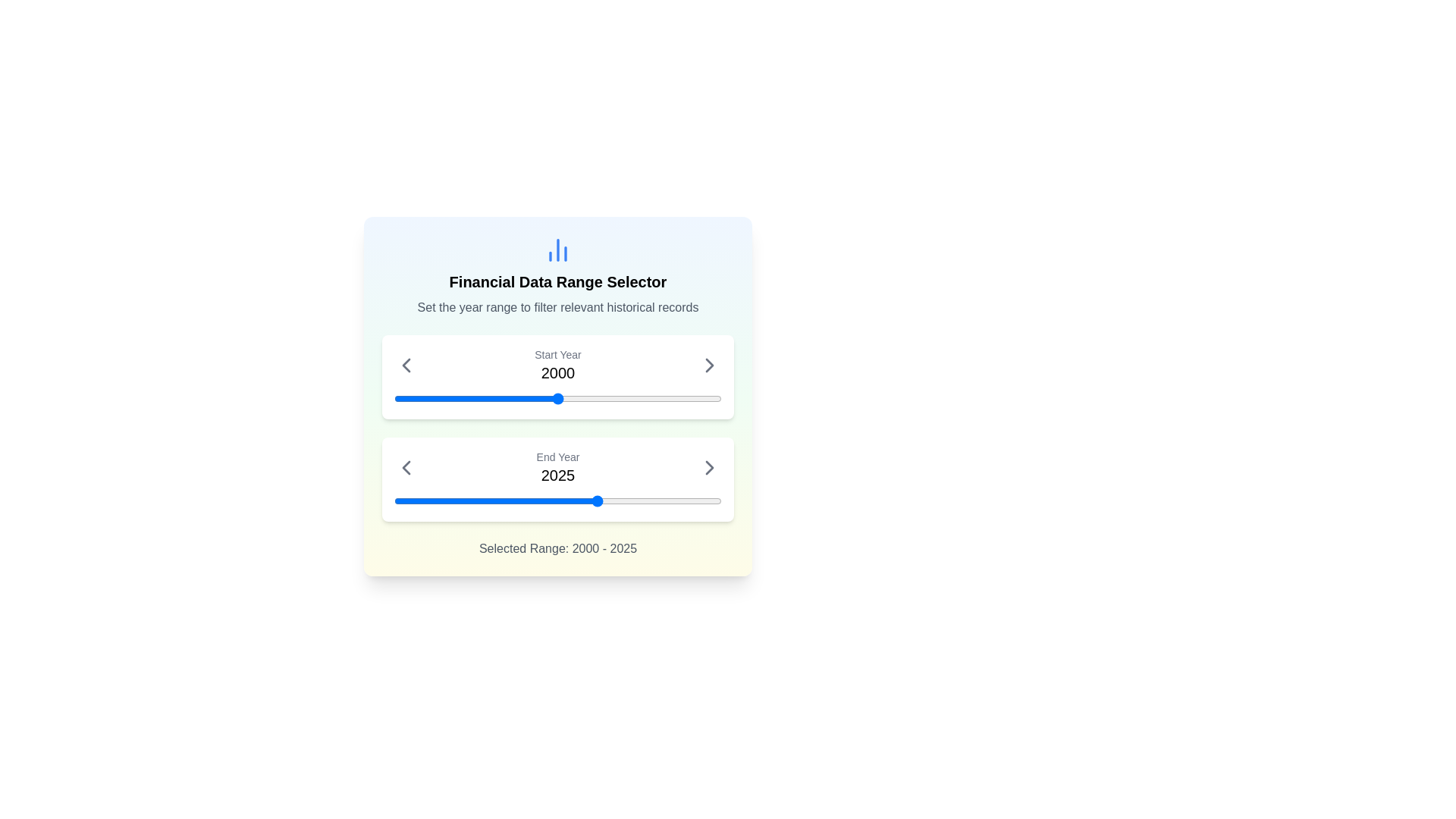  Describe the element at coordinates (436, 500) in the screenshot. I see `the year` at that location.